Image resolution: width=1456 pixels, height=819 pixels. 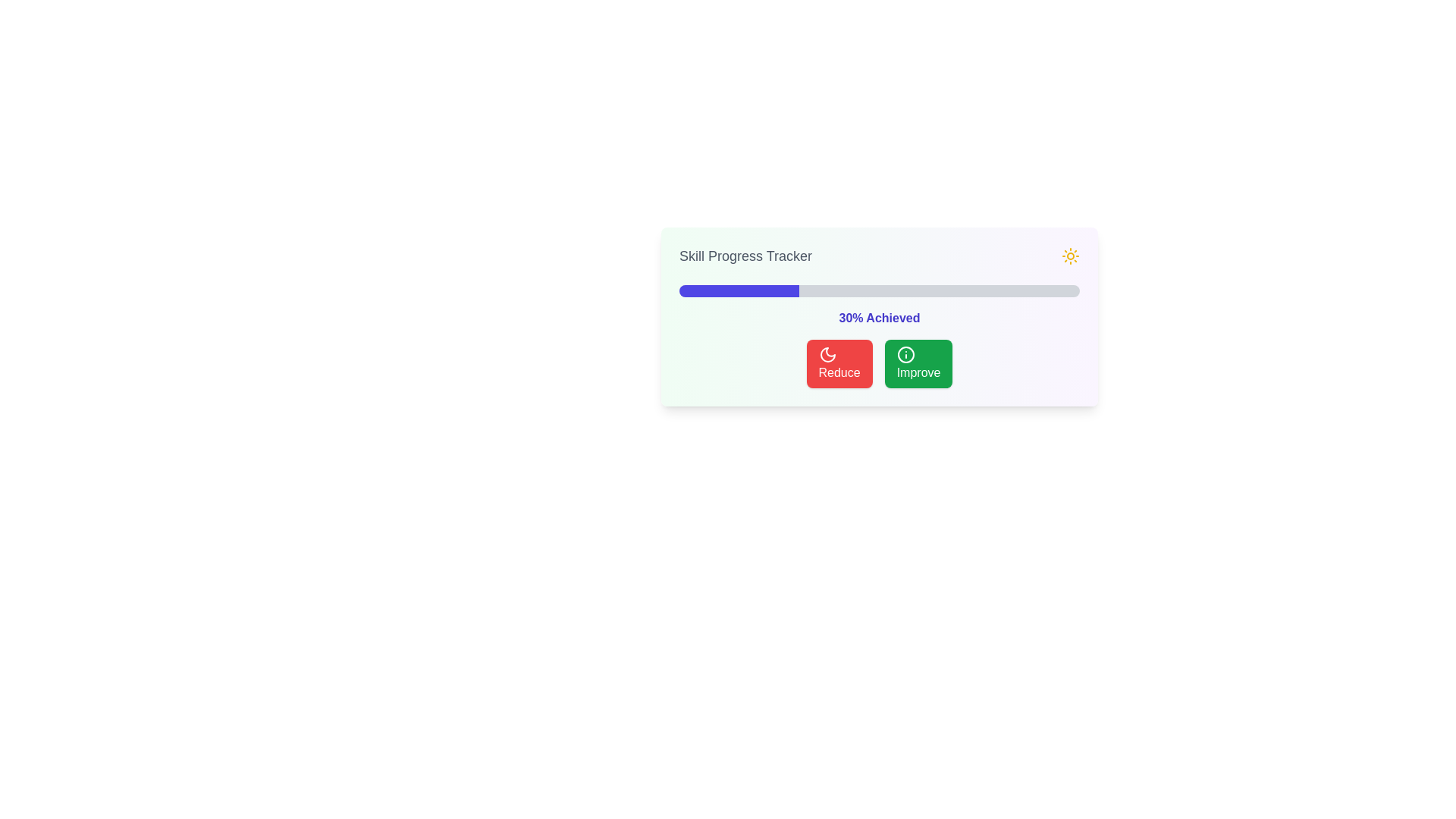 I want to click on progress status from the progress tracker panel located below the 'Skill Progress Tracker' heading and above the 'Reduce' and 'Improve' buttons, so click(x=880, y=315).